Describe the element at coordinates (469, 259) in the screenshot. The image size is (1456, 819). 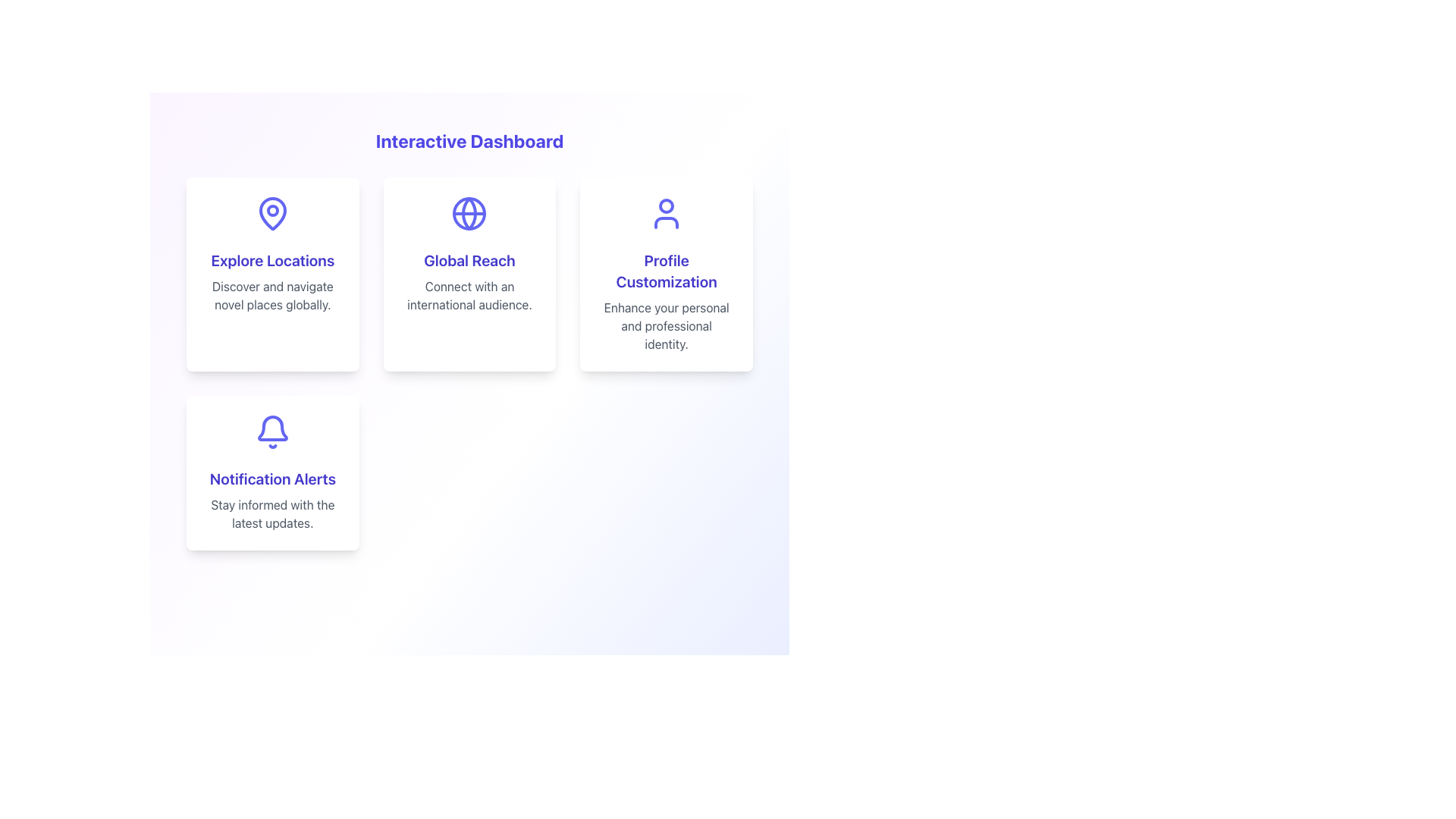
I see `the 'Global Reach' heading text within the second card of the dashboard's 2x2 grid layout` at that location.